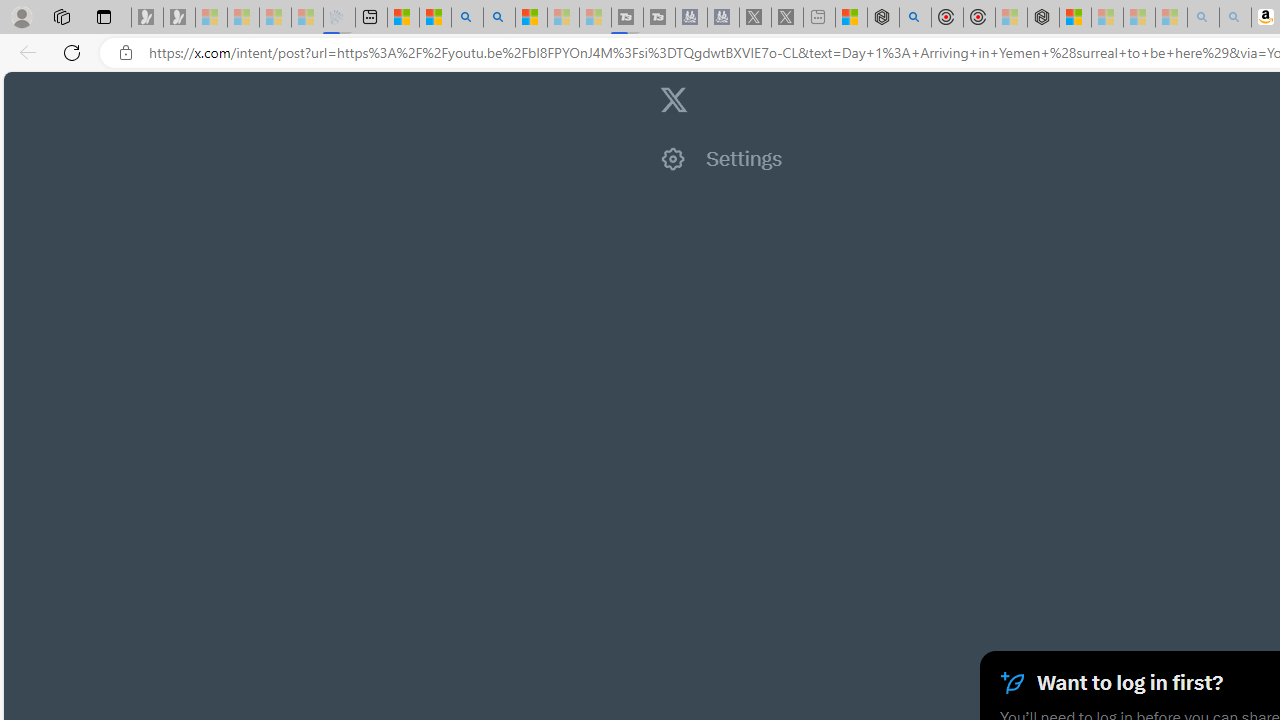 This screenshot has height=720, width=1280. I want to click on 'amazon - Search - Sleeping', so click(1202, 17).